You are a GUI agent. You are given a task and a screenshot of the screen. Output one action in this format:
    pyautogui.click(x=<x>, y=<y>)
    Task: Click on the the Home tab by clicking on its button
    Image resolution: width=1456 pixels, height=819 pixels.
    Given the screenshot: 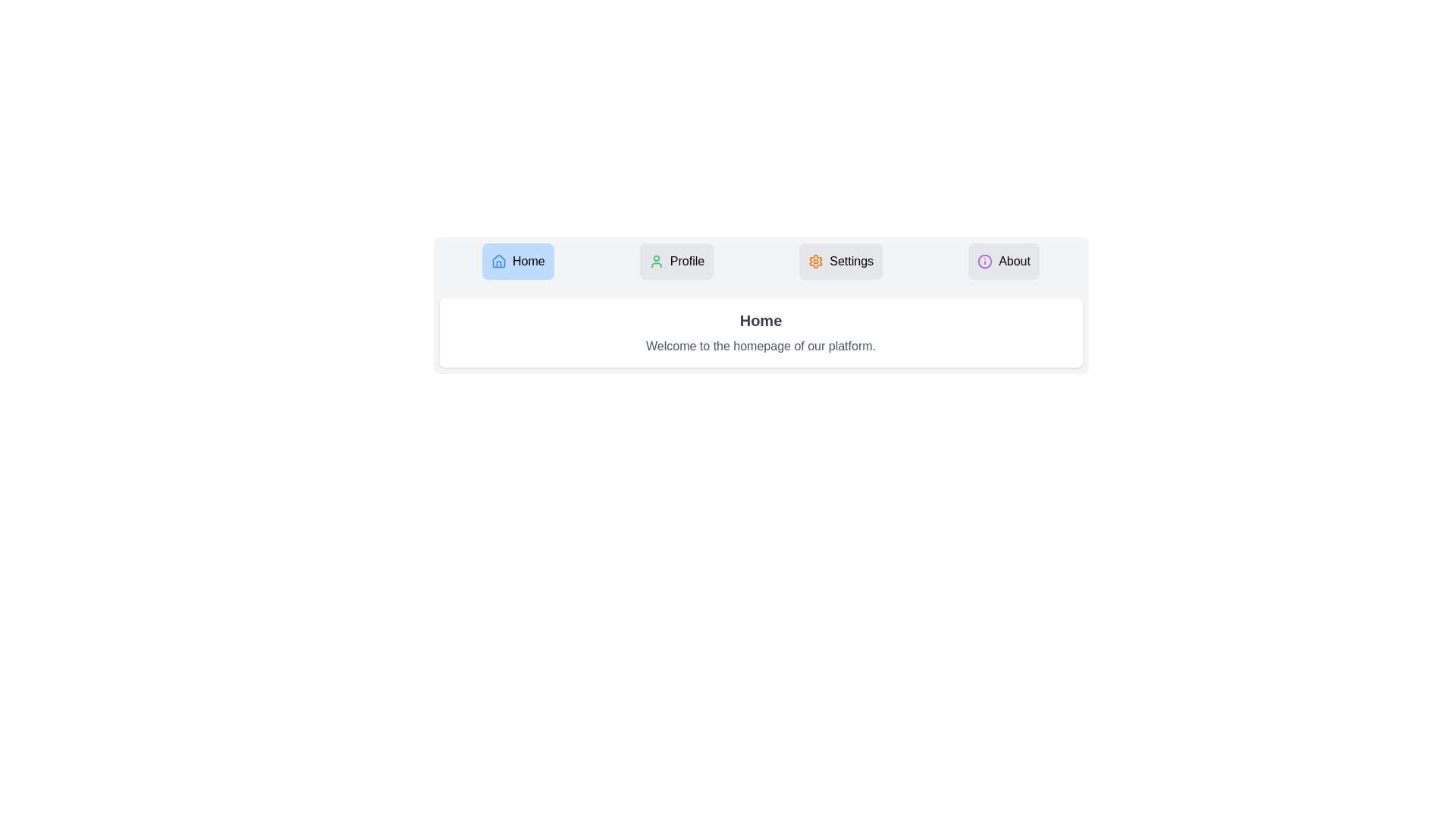 What is the action you would take?
    pyautogui.click(x=518, y=260)
    